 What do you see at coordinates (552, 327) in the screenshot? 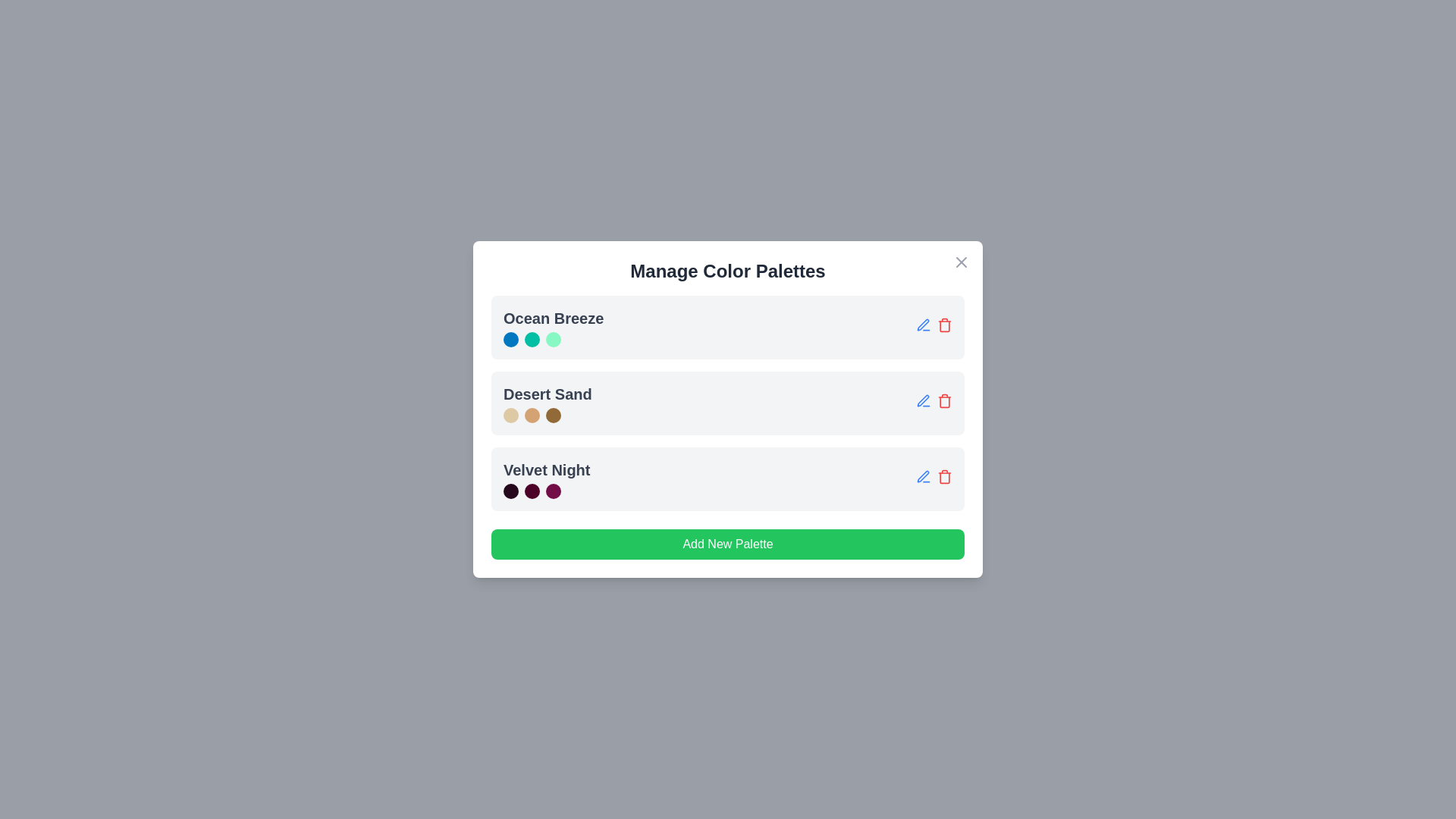
I see `the palette name Ocean Breeze to view its details` at bounding box center [552, 327].